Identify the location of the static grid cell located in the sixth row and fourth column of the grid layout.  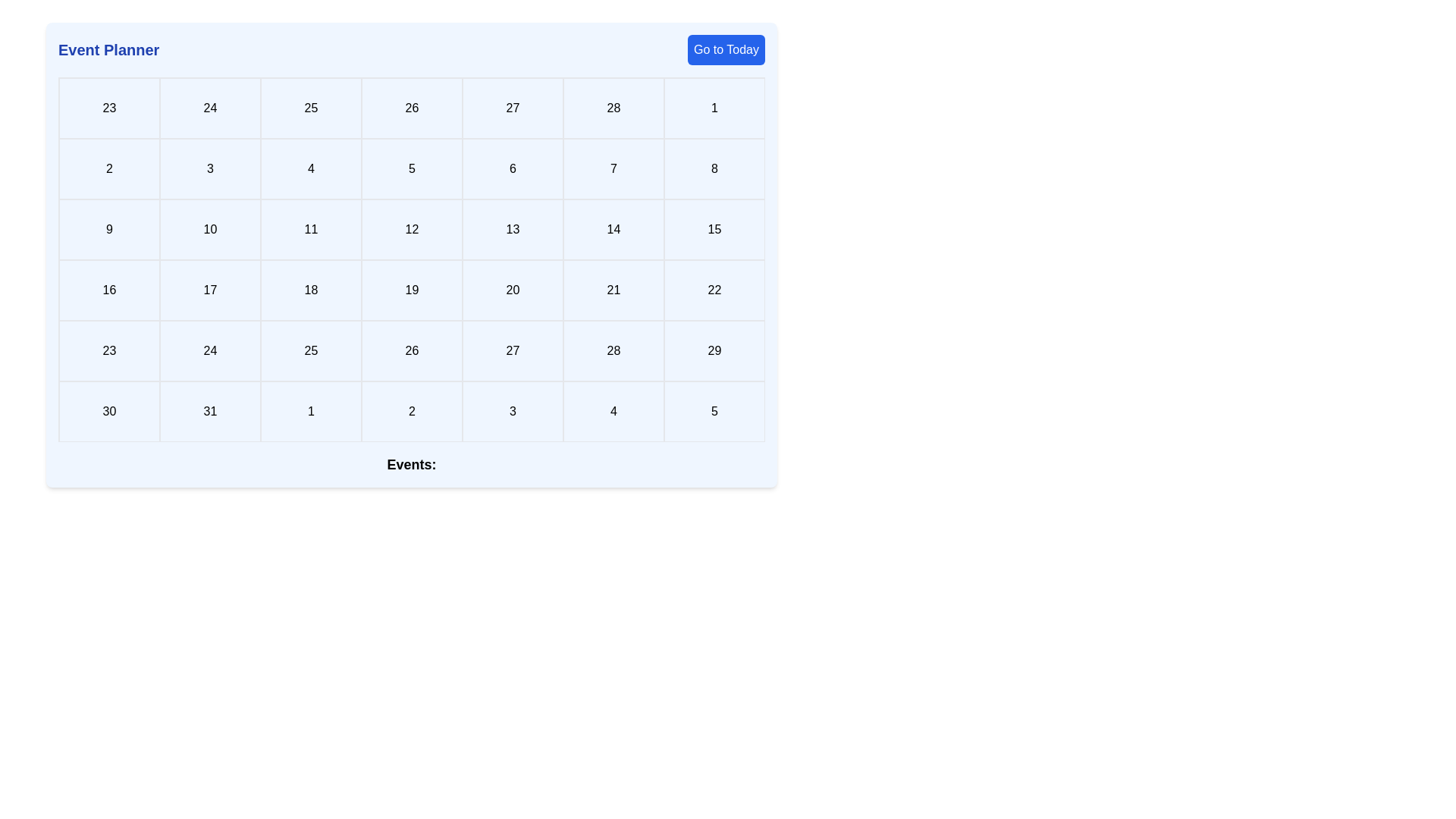
(613, 412).